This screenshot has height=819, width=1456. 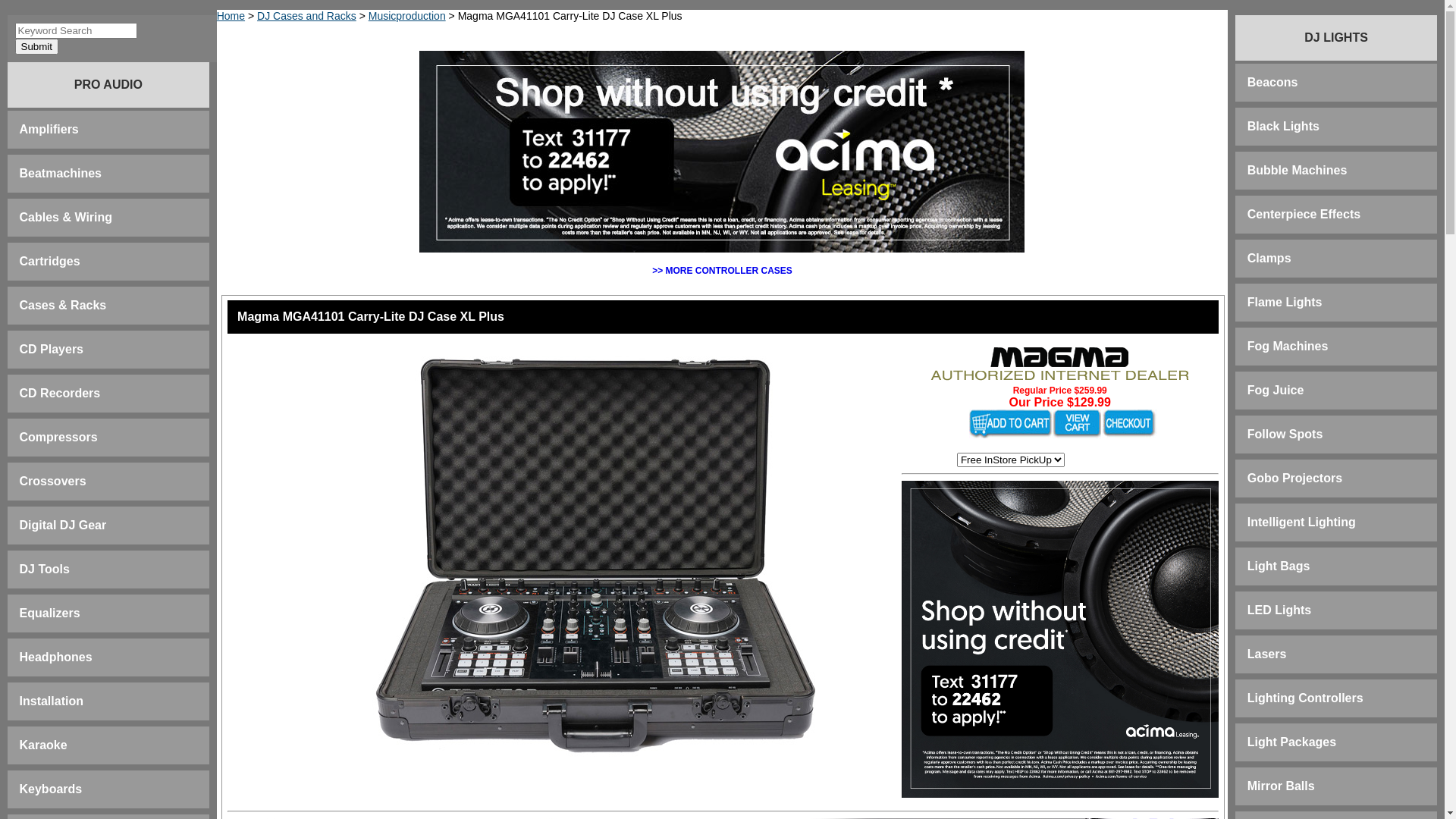 What do you see at coordinates (306, 15) in the screenshot?
I see `'DJ Cases and Racks'` at bounding box center [306, 15].